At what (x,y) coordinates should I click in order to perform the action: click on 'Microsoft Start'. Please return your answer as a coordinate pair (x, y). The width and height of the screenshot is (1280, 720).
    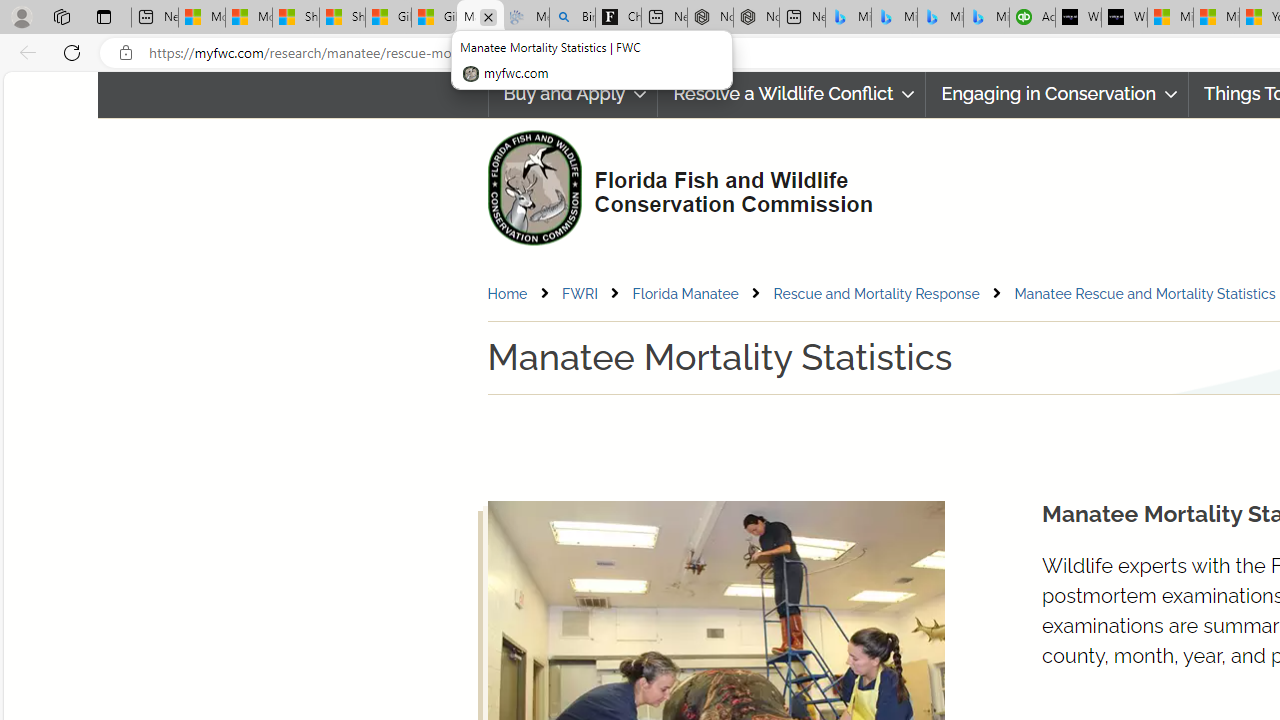
    Looking at the image, I should click on (1215, 17).